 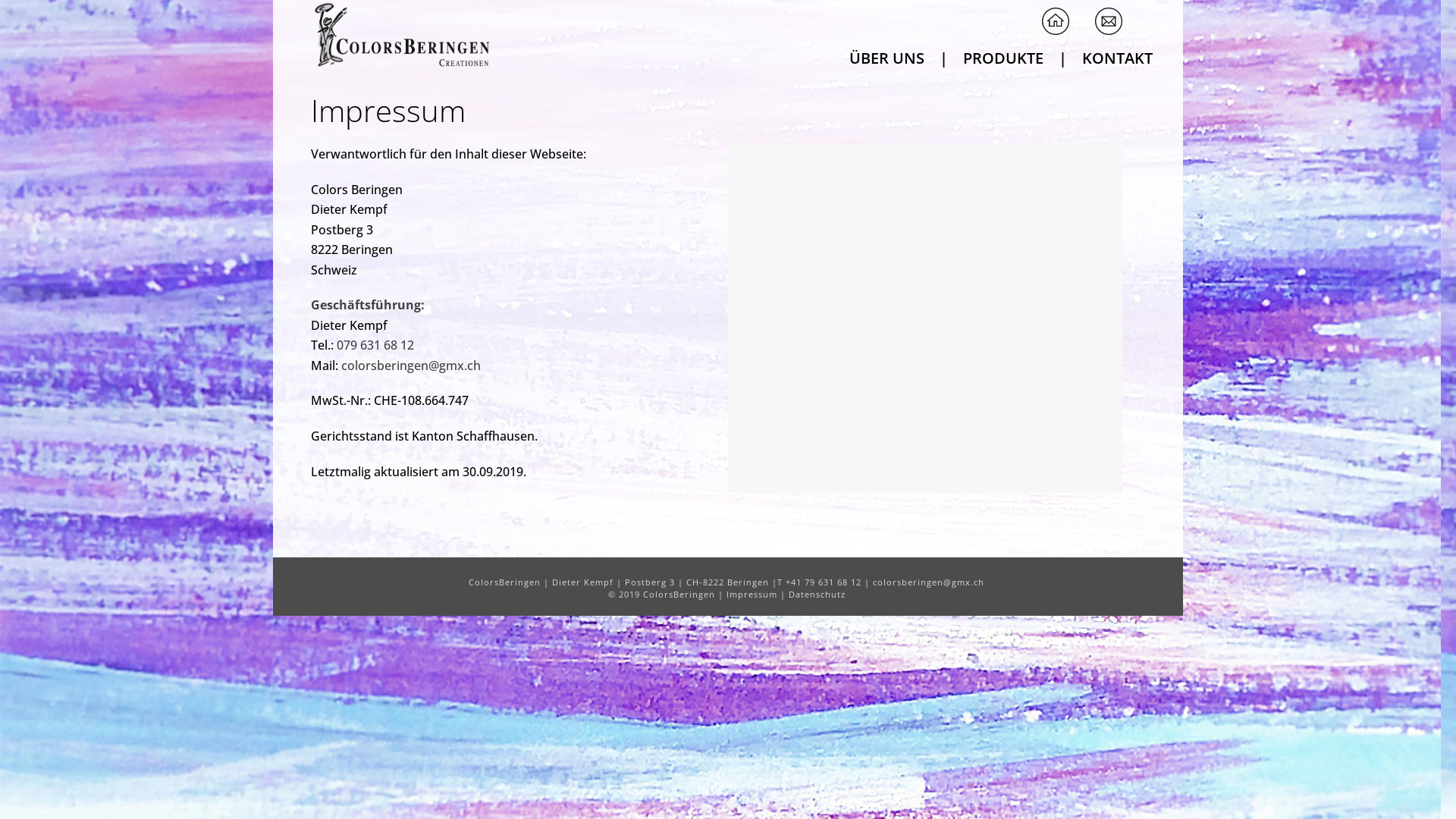 What do you see at coordinates (1003, 55) in the screenshot?
I see `'PRODUKTE'` at bounding box center [1003, 55].